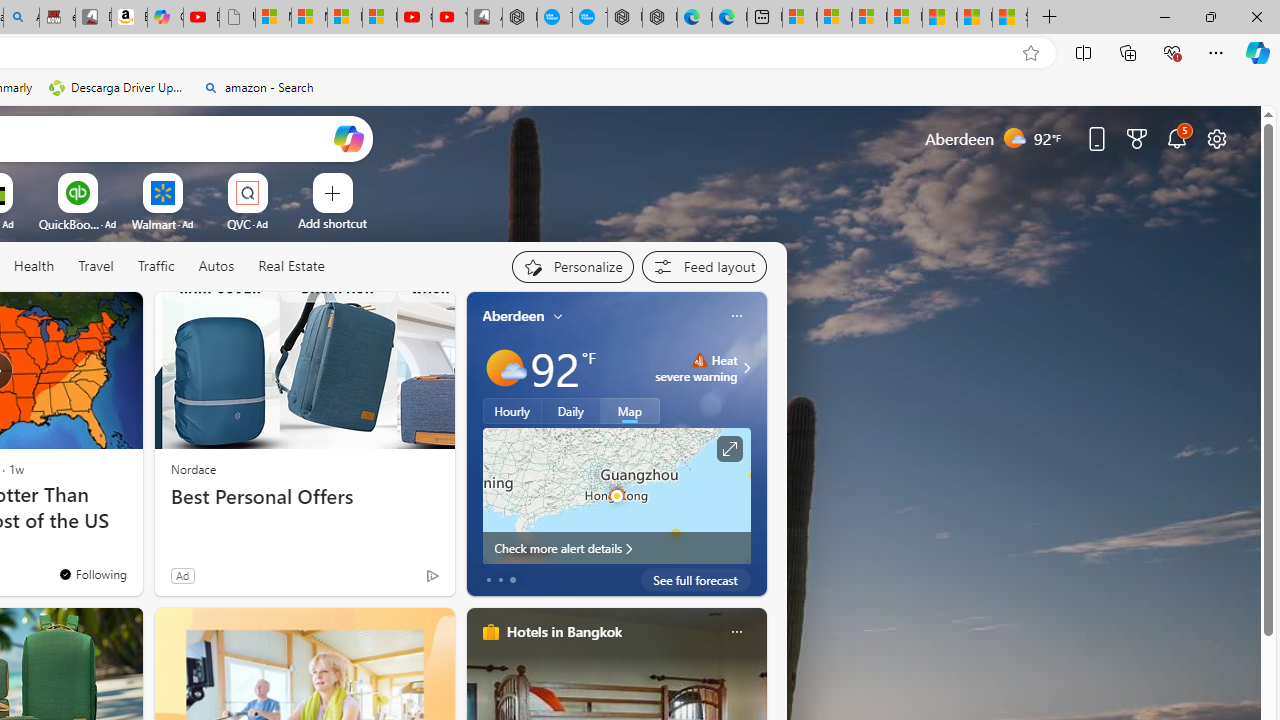  I want to click on 'Minimize', so click(1164, 16).